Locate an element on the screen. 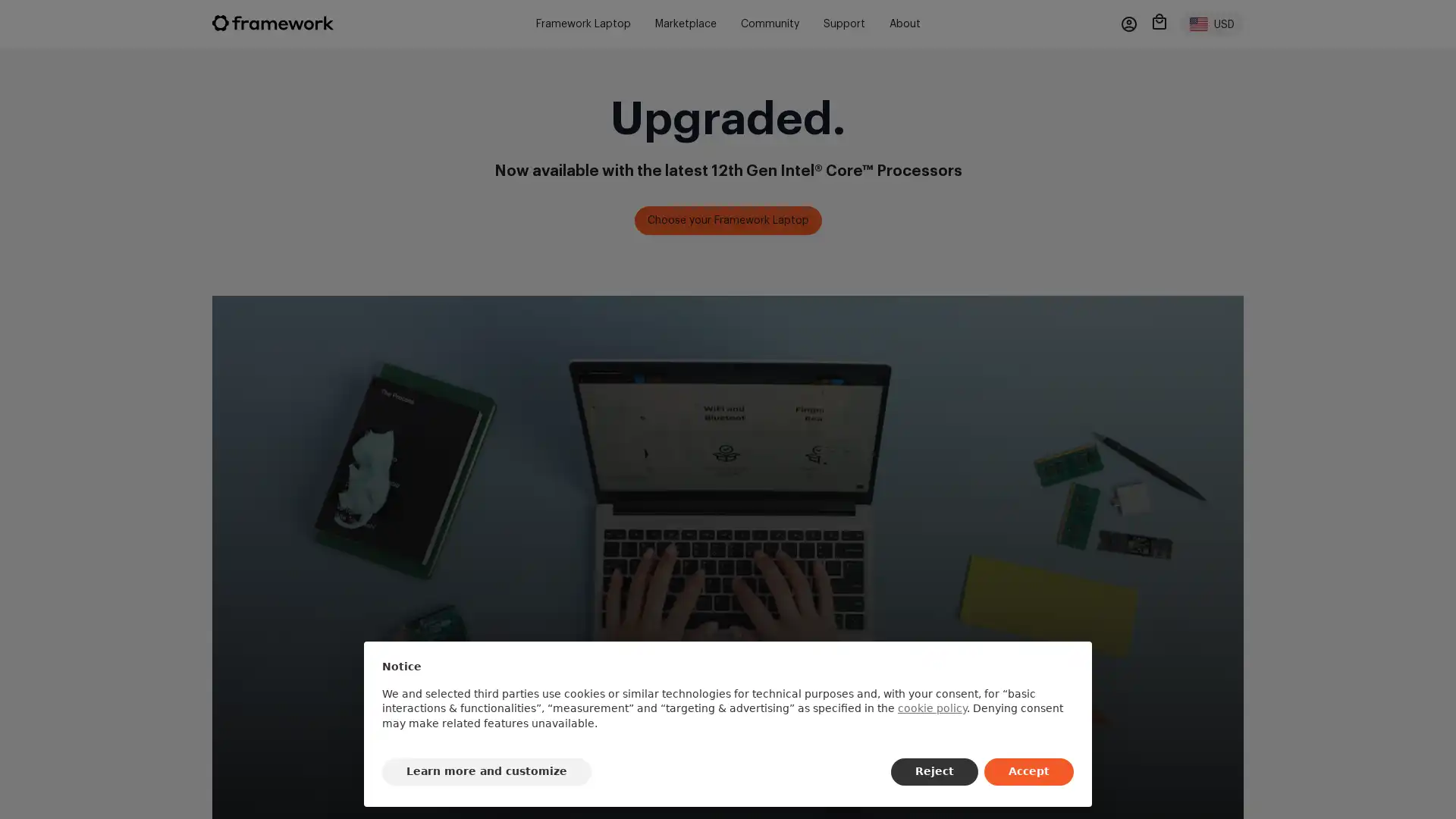 The image size is (1456, 819). Reject is located at coordinates (934, 772).